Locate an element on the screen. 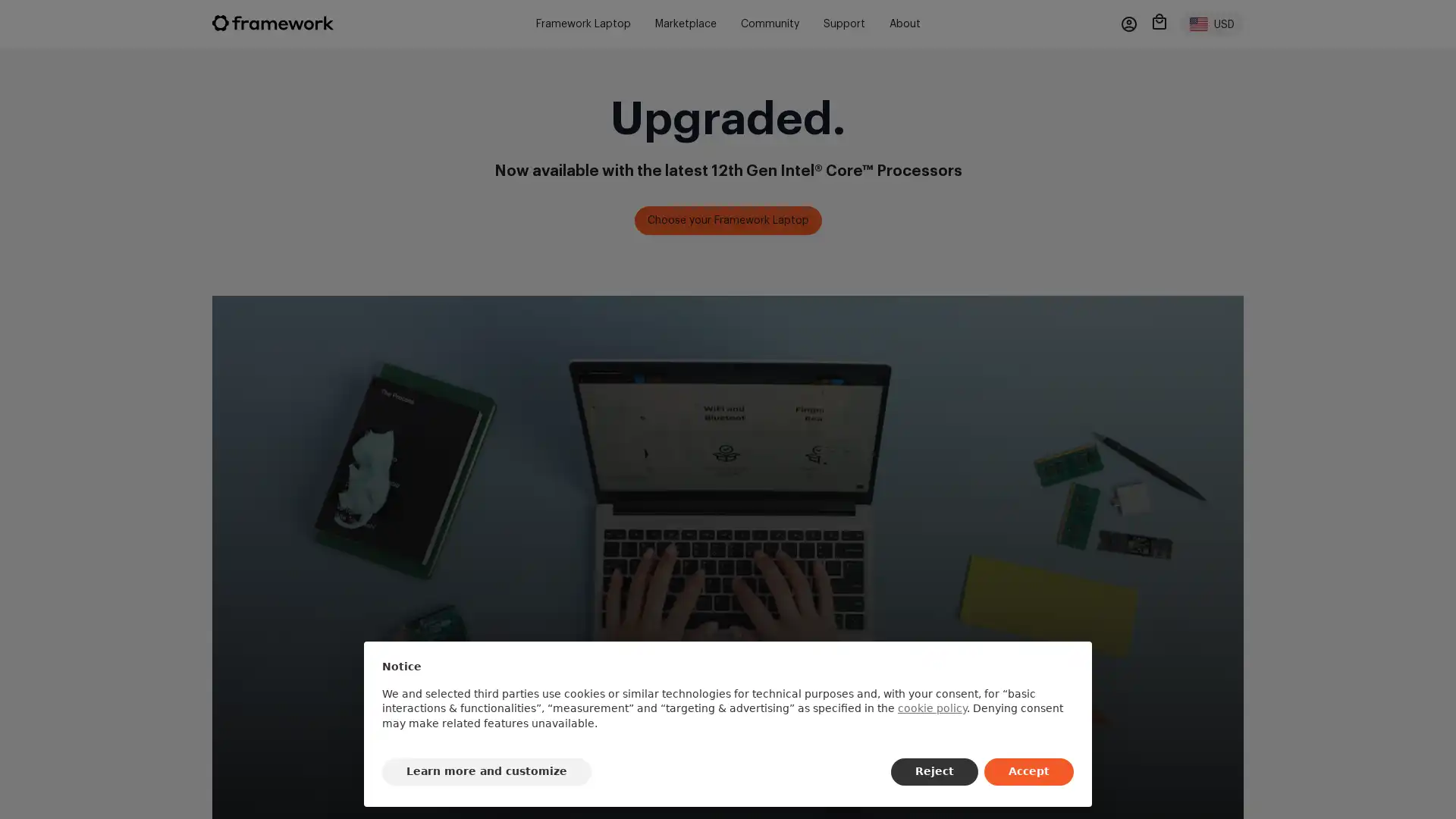 The image size is (1456, 819). Reject is located at coordinates (934, 772).